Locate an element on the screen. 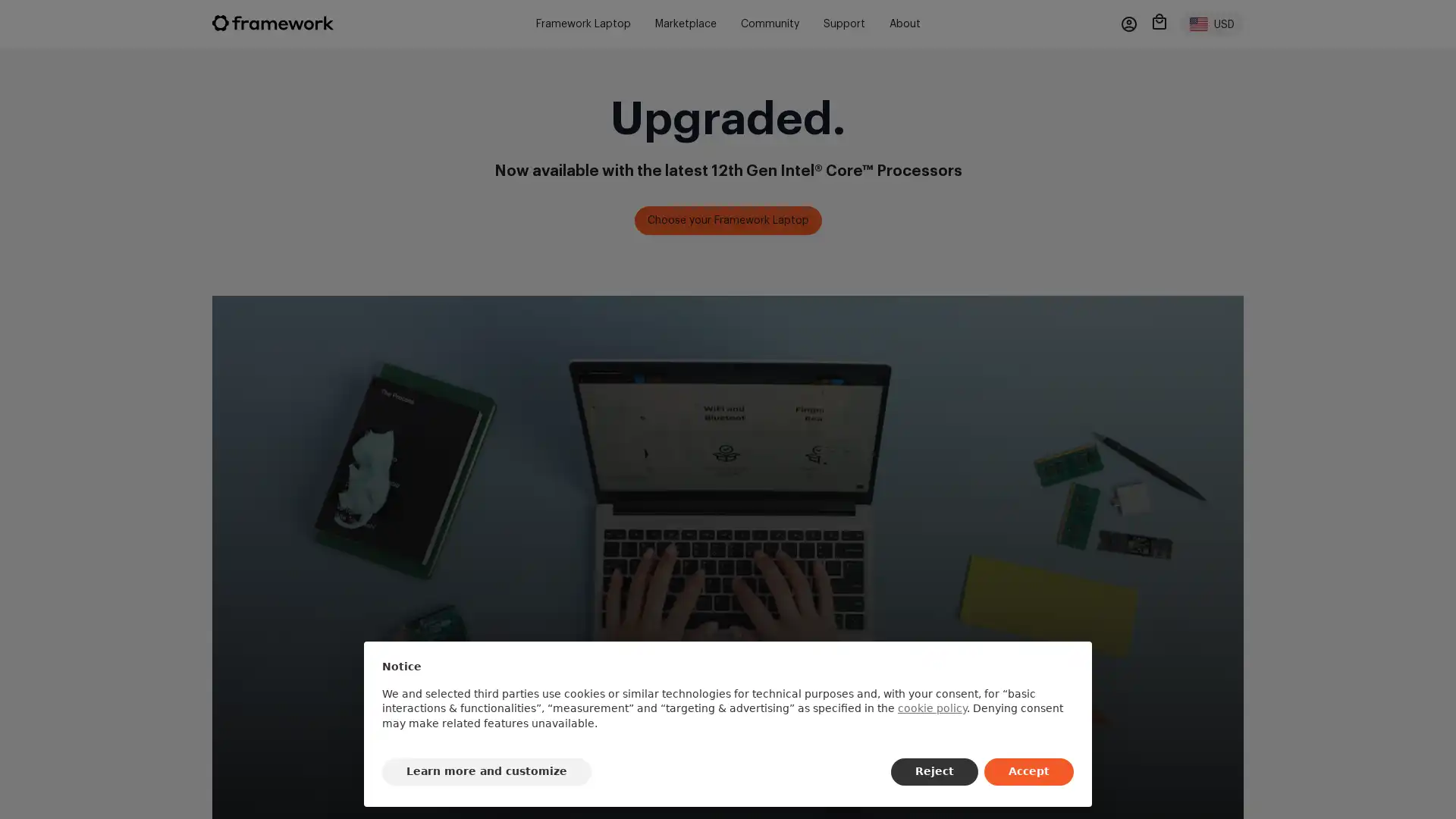 The image size is (1456, 819). Reject is located at coordinates (934, 772).